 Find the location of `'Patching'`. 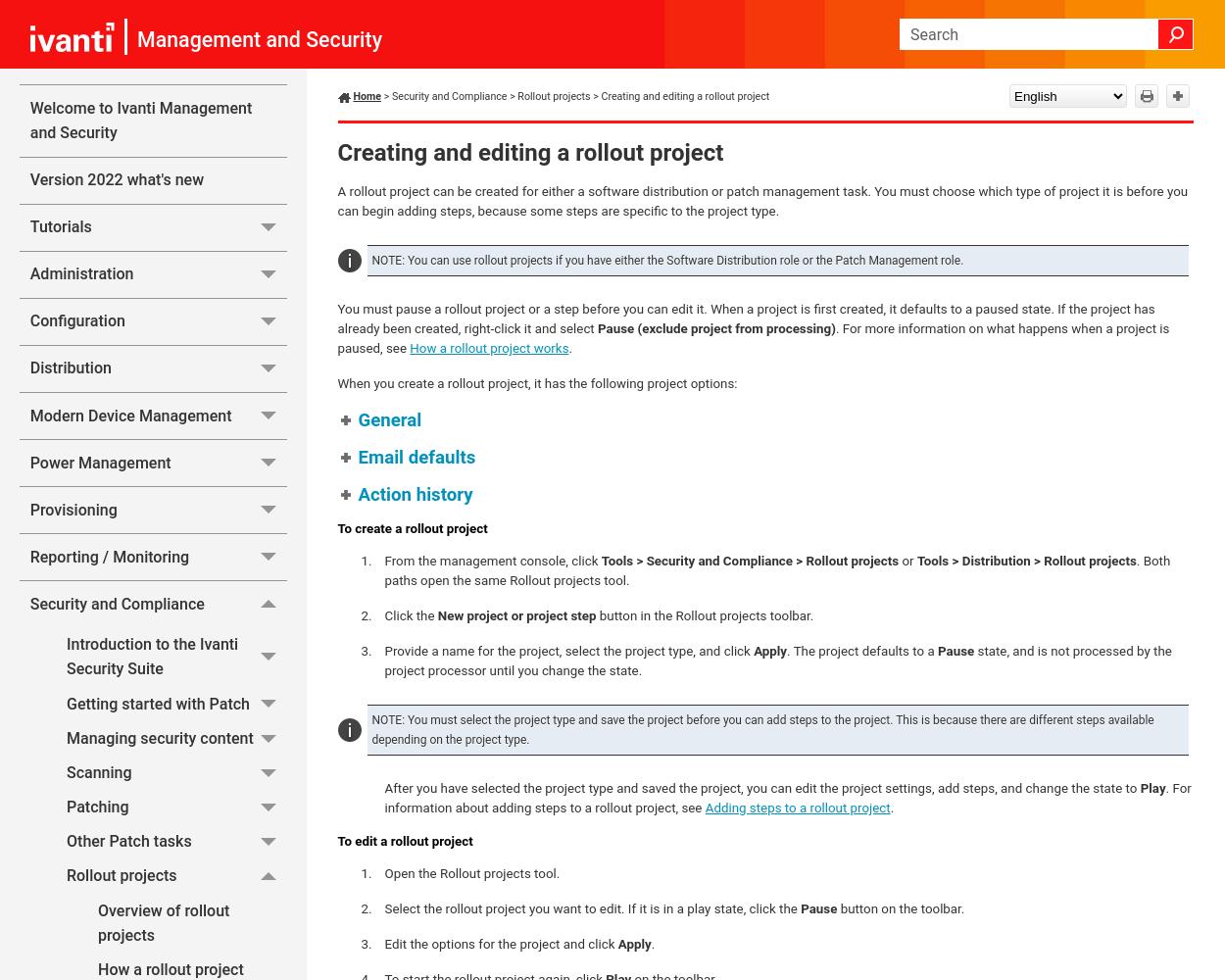

'Patching' is located at coordinates (96, 806).